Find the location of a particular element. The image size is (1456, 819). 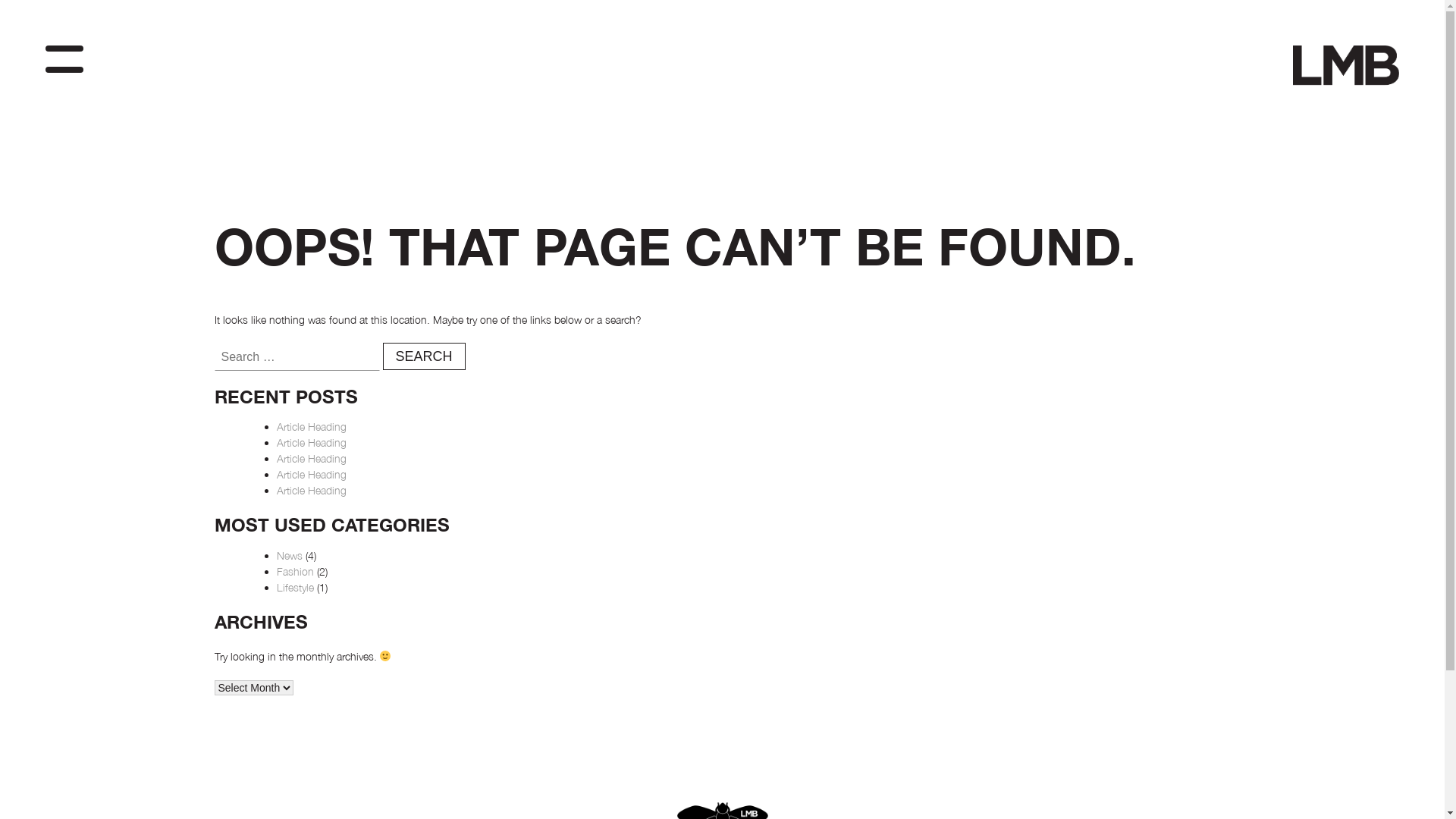

'Article Heading' is located at coordinates (276, 490).